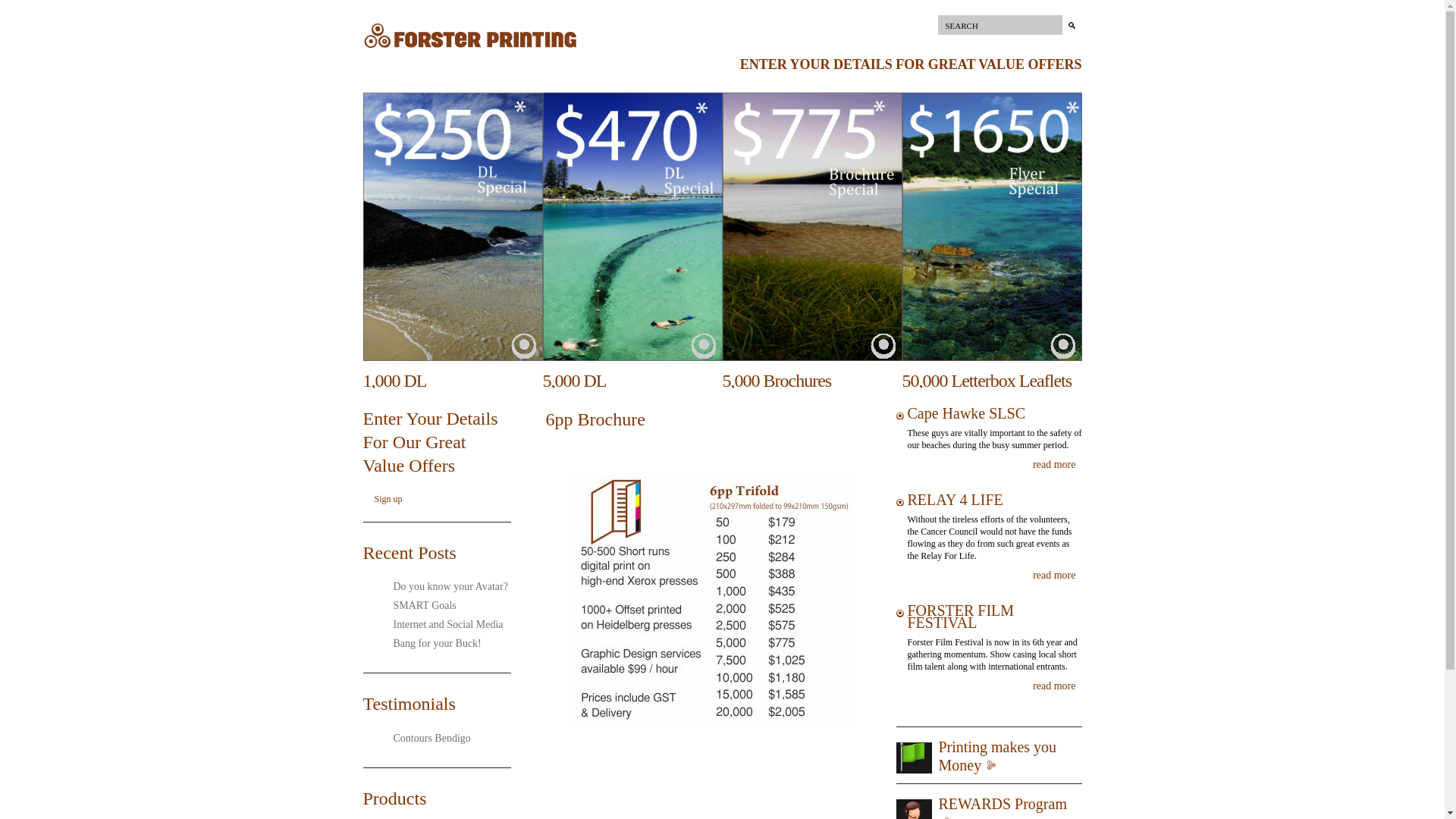 The image size is (1456, 819). I want to click on 'Bang for your Buck!', so click(431, 643).